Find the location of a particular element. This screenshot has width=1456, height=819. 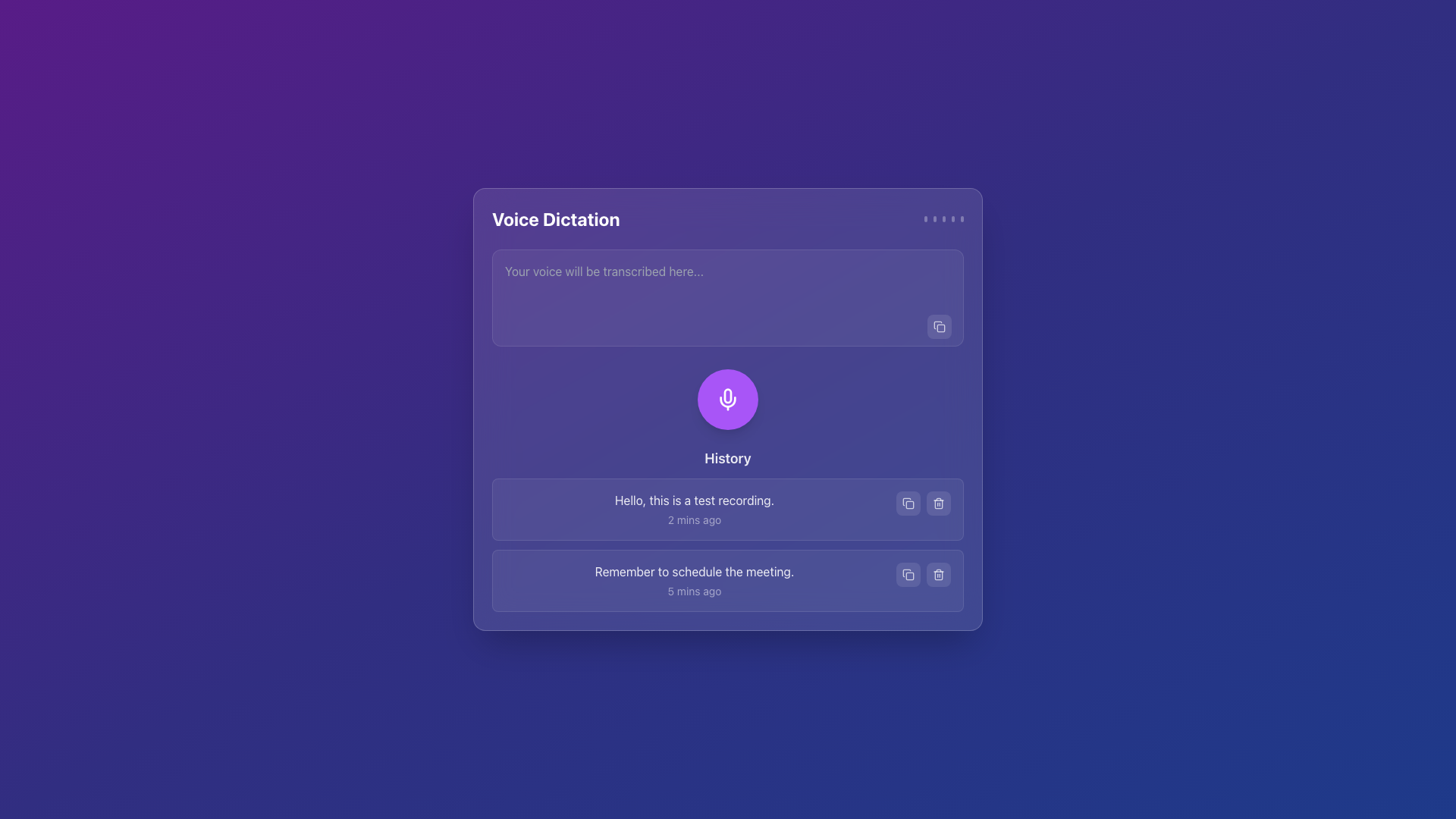

the button represented by two overlapping square icons with a subtle drop-shadow effect, styled in white with 70% opacity, located at the bottom-right corner of the input field with placeholder text 'Your voice will be transcribed here...' is located at coordinates (938, 326).